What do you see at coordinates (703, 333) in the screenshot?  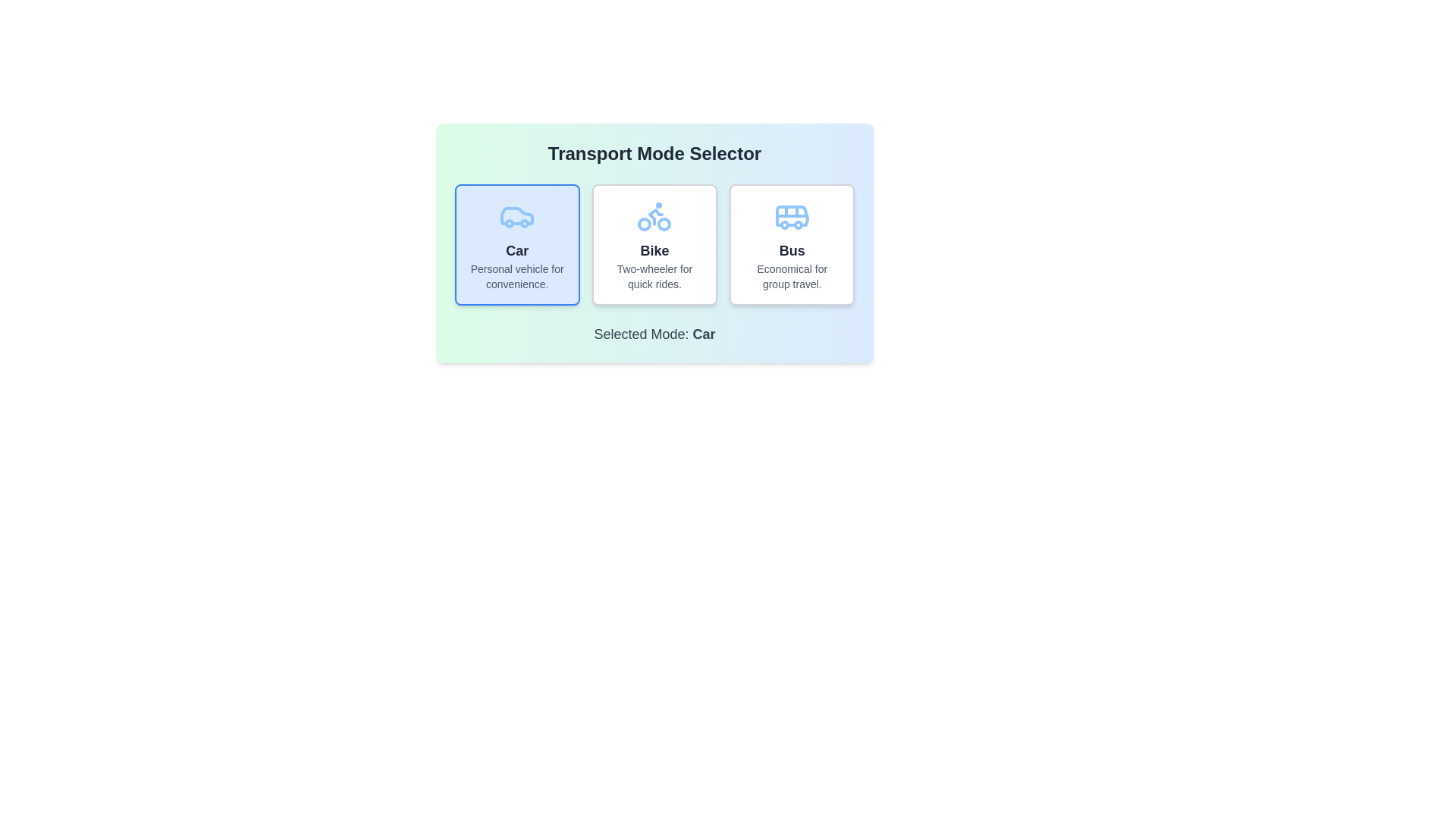 I see `the bold text label 'Car' within the phrase 'Selected Mode: Car' at the bottom of the interface` at bounding box center [703, 333].